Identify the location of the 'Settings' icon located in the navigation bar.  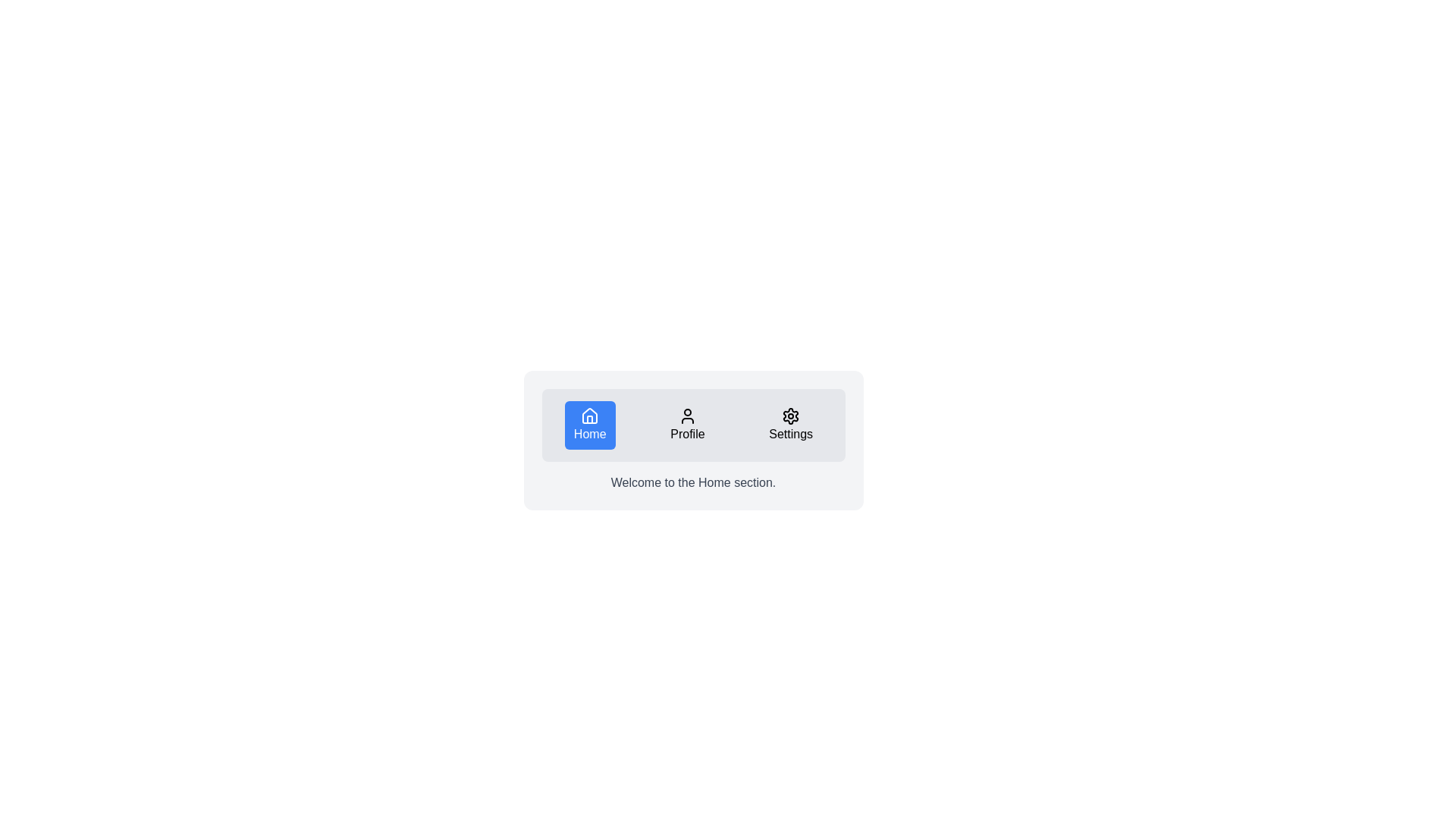
(790, 416).